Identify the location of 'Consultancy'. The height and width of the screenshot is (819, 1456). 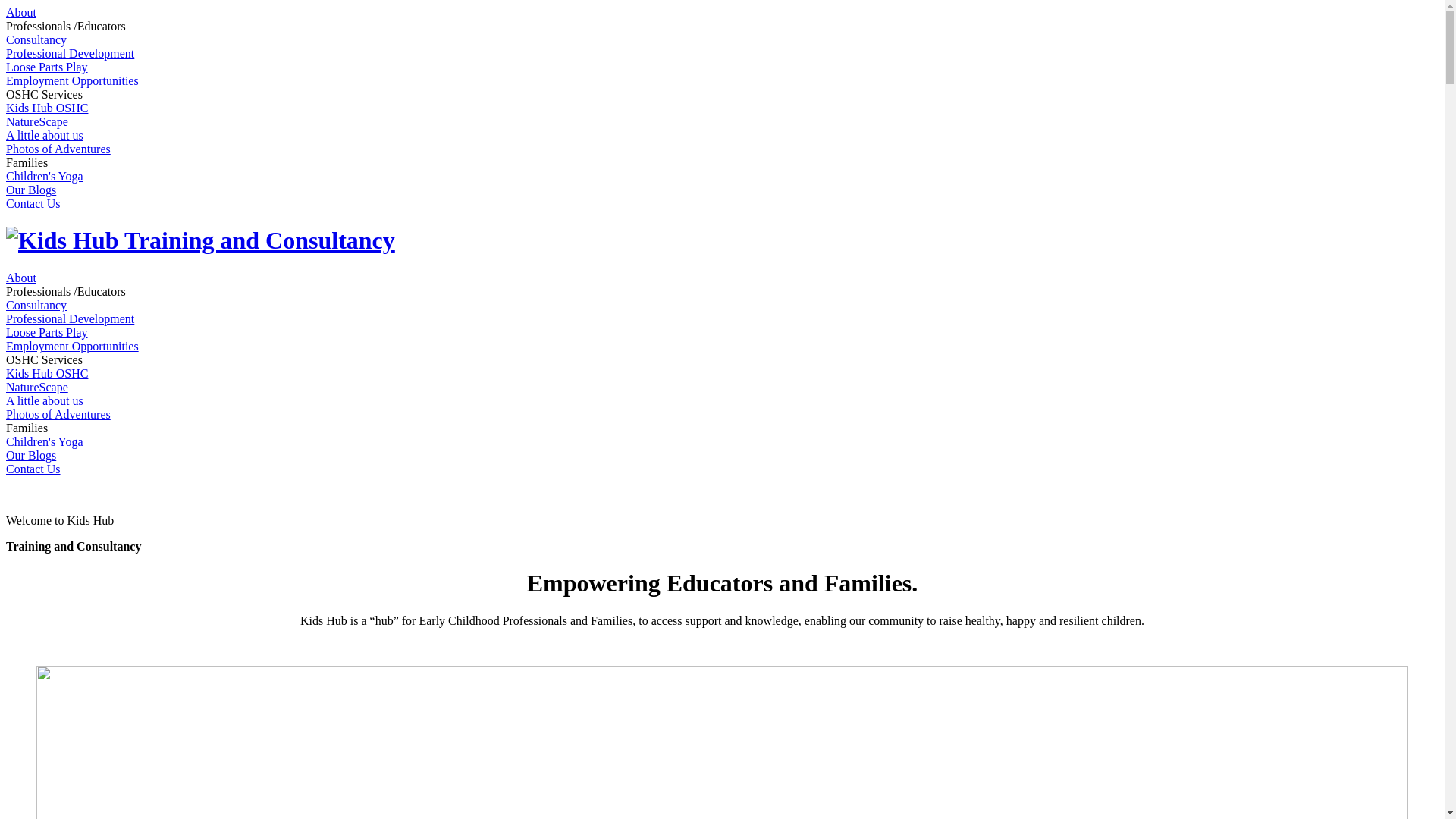
(36, 39).